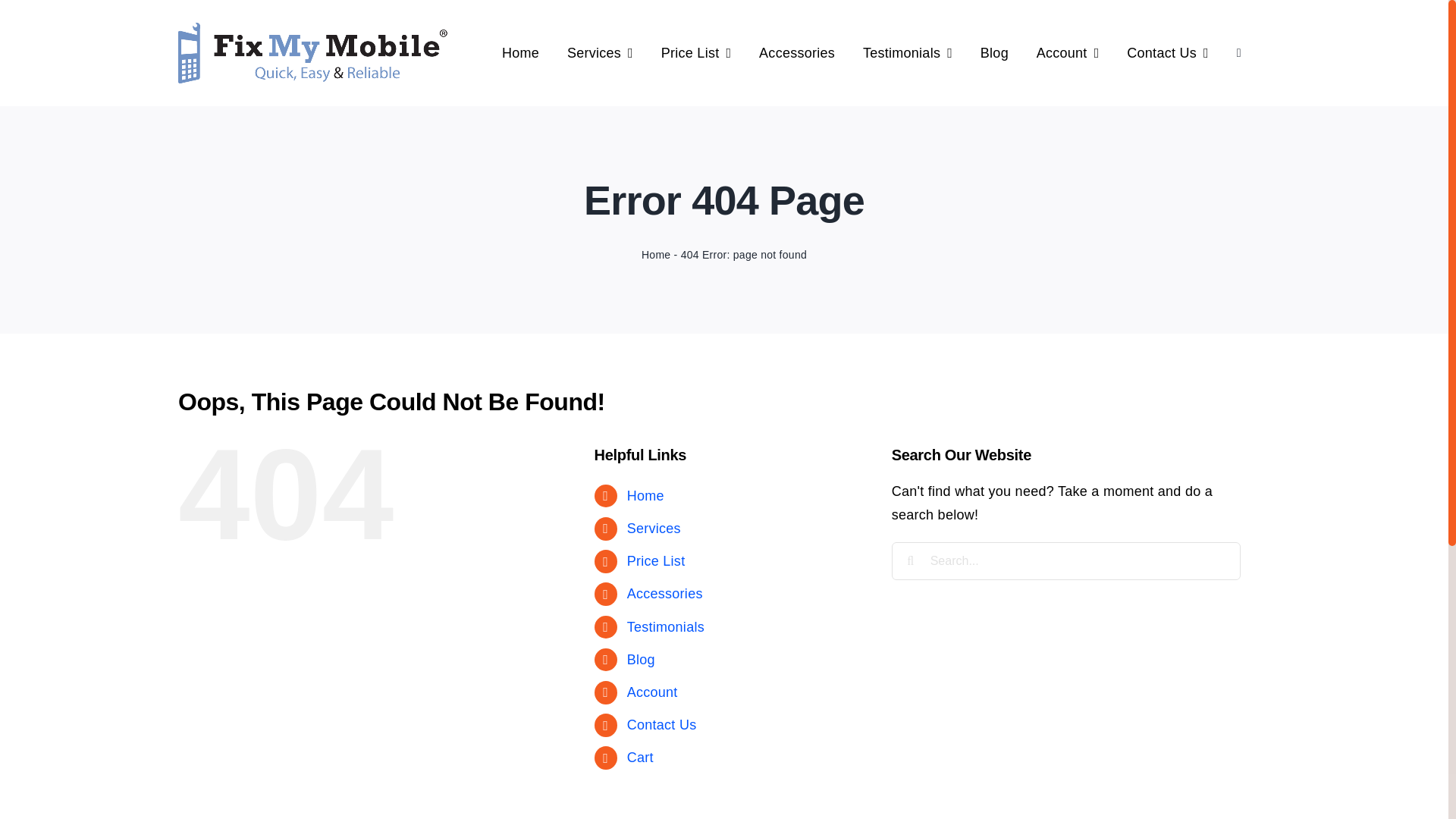  Describe the element at coordinates (626, 692) in the screenshot. I see `'Account'` at that location.